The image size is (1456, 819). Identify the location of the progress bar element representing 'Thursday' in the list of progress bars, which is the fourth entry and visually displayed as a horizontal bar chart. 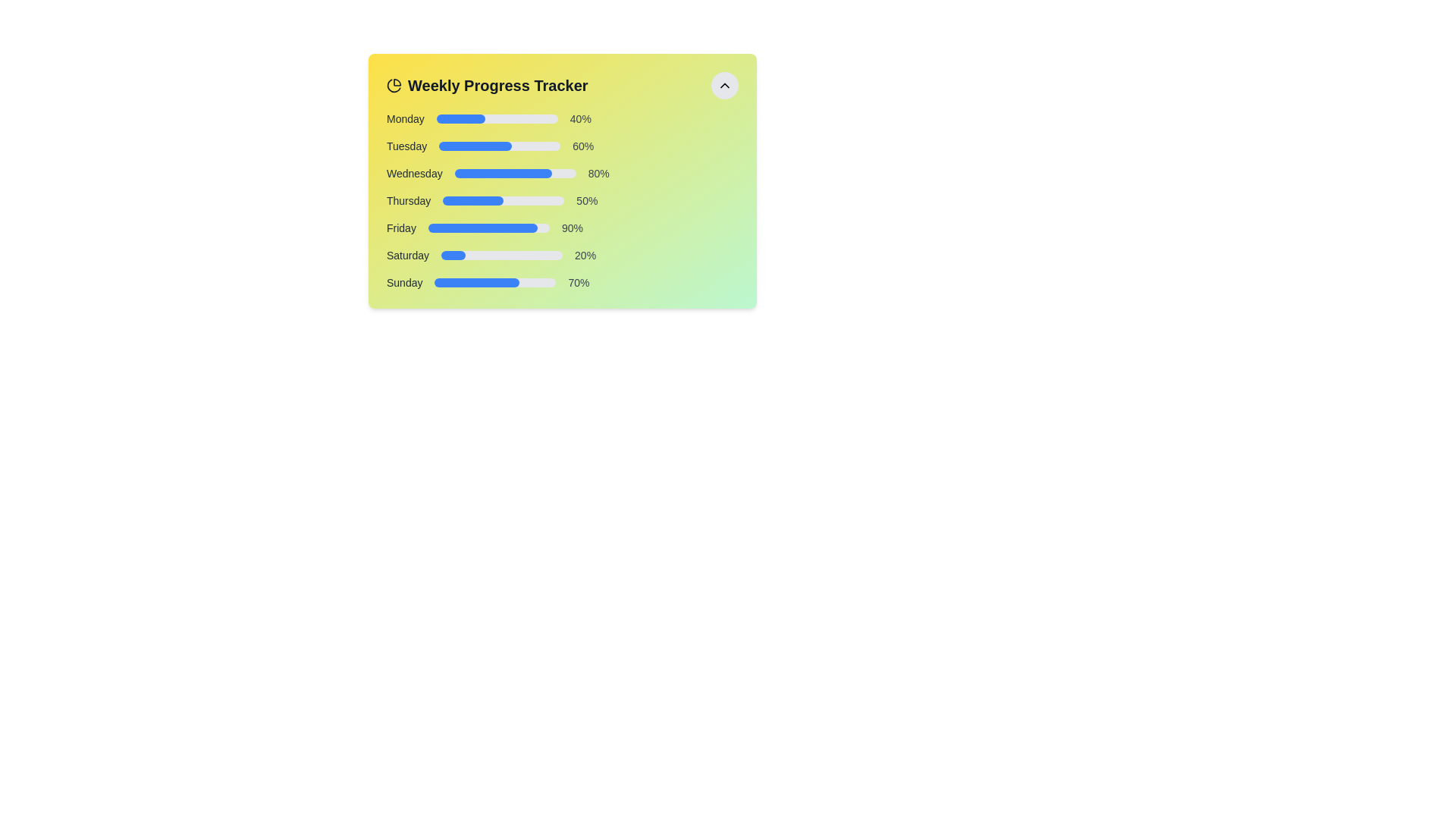
(562, 200).